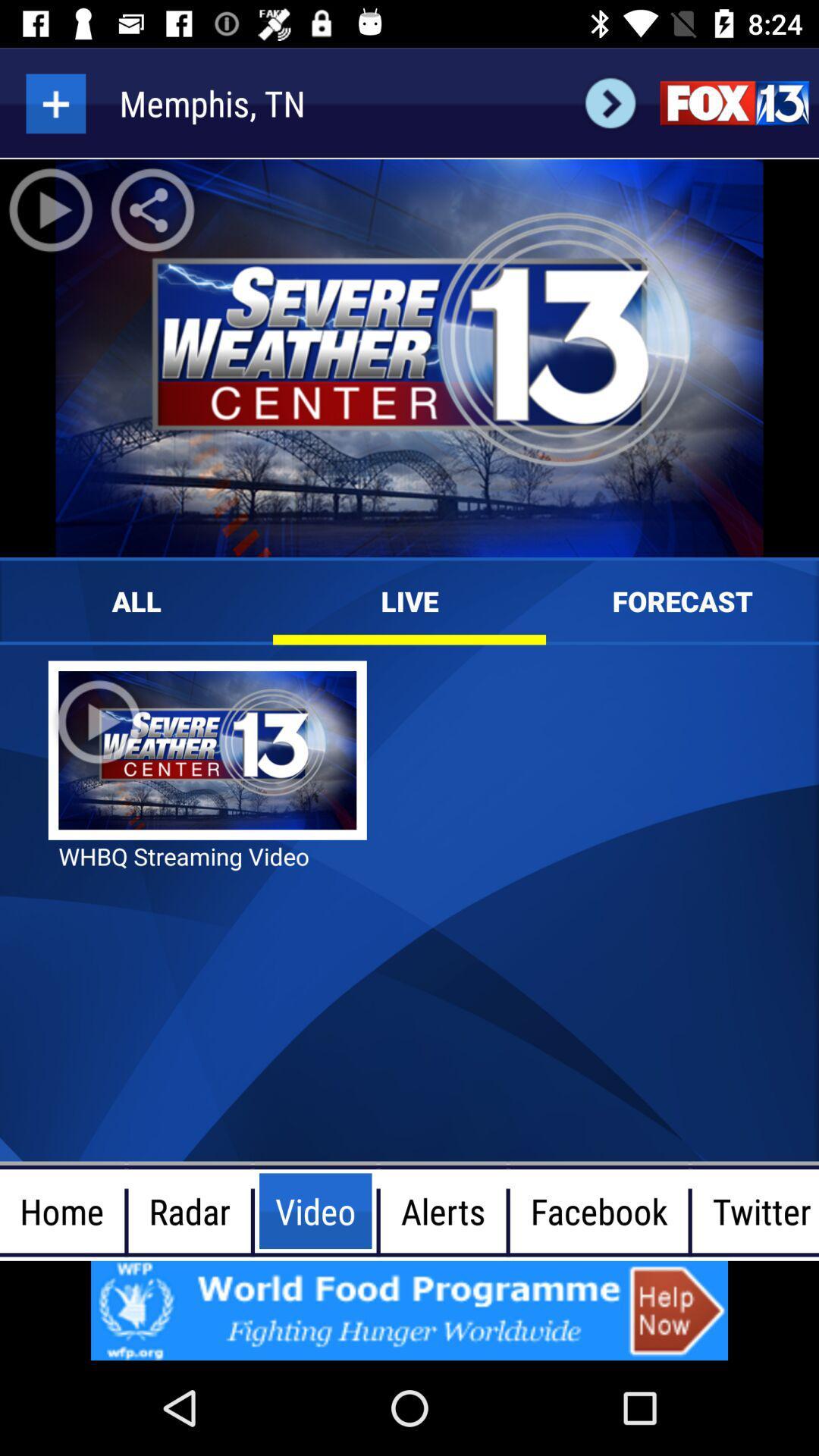  I want to click on go forward, so click(610, 102).